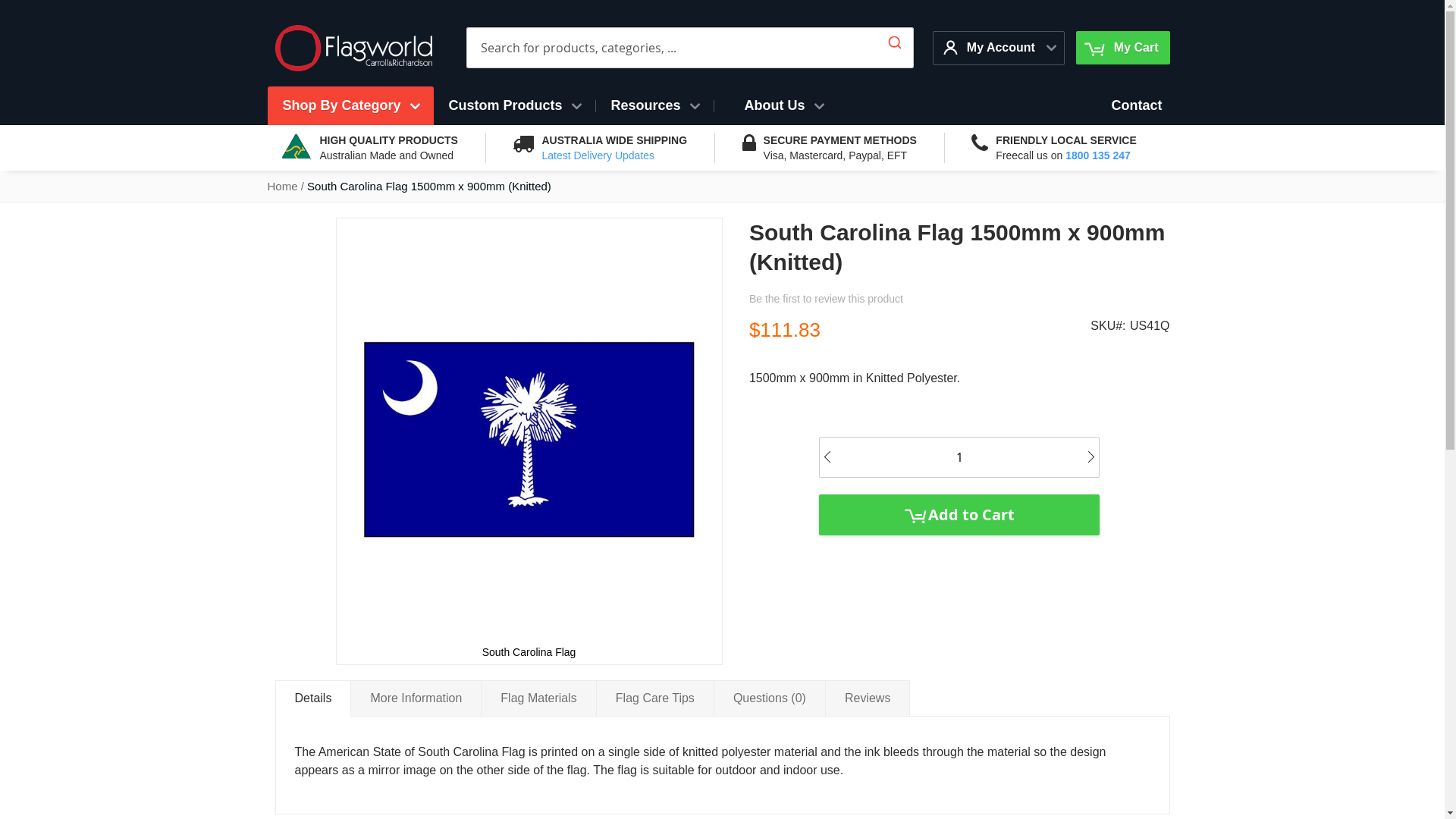 Image resolution: width=1456 pixels, height=819 pixels. Describe the element at coordinates (769, 698) in the screenshot. I see `'Questions (0)'` at that location.